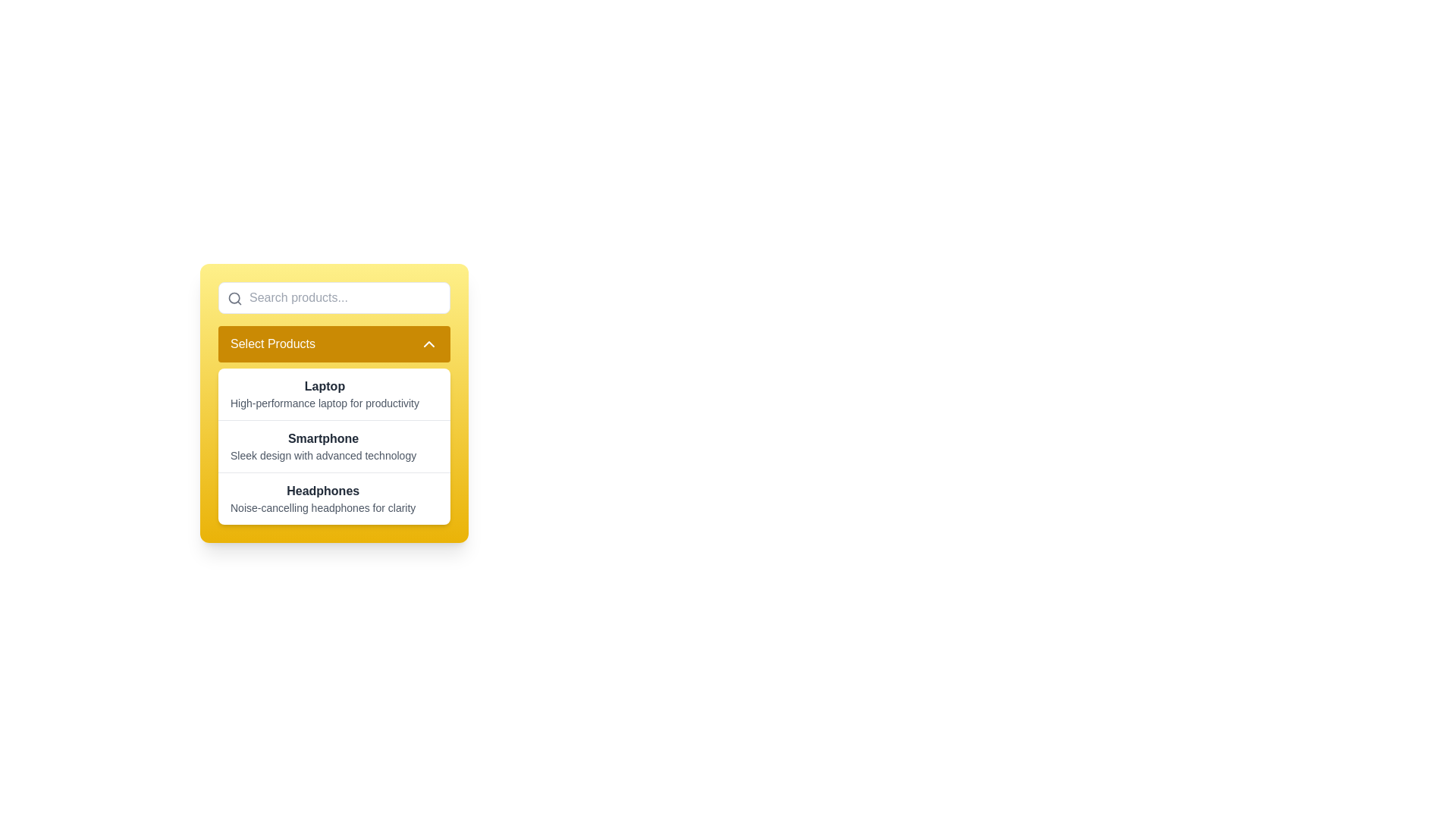 The width and height of the screenshot is (1456, 819). I want to click on the text element that describes 'High-performance laptop for productivity', located below the title 'Laptop' in the second row of the 'Select Products' dropdown, so click(324, 403).